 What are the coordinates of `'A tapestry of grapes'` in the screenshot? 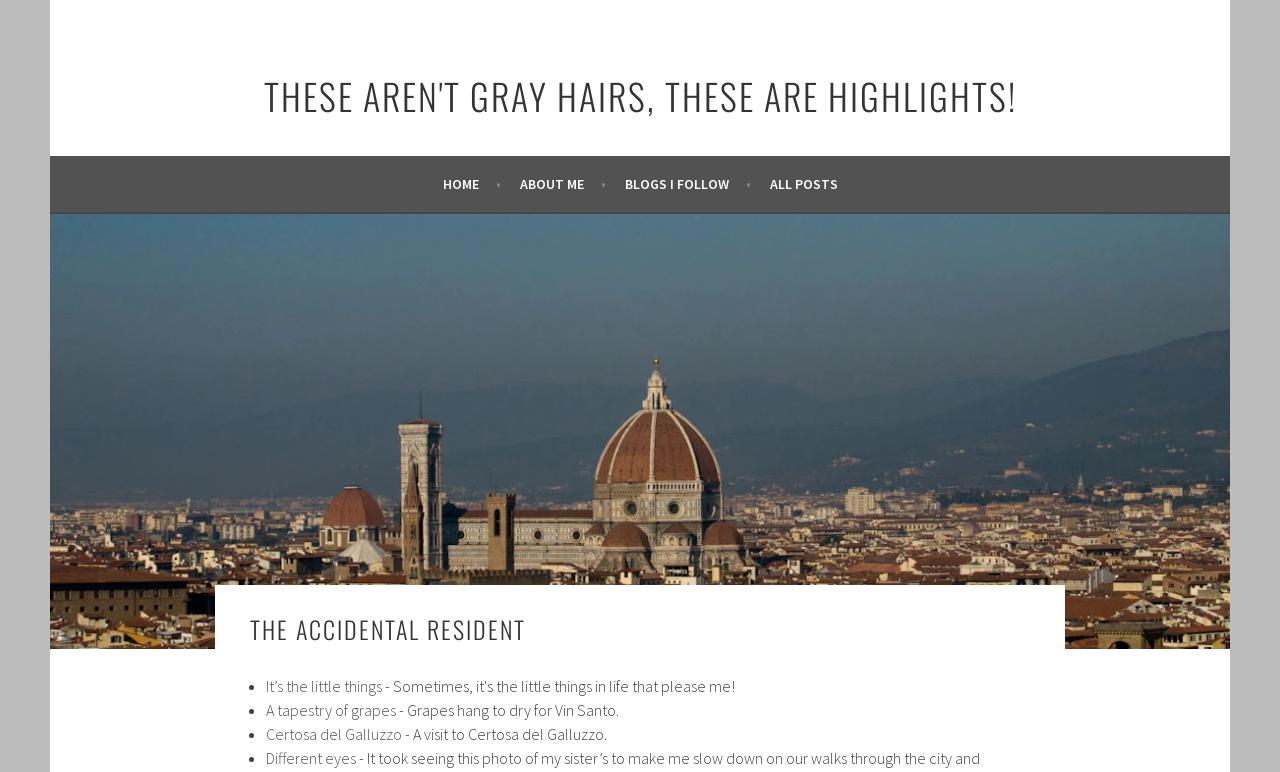 It's located at (331, 709).